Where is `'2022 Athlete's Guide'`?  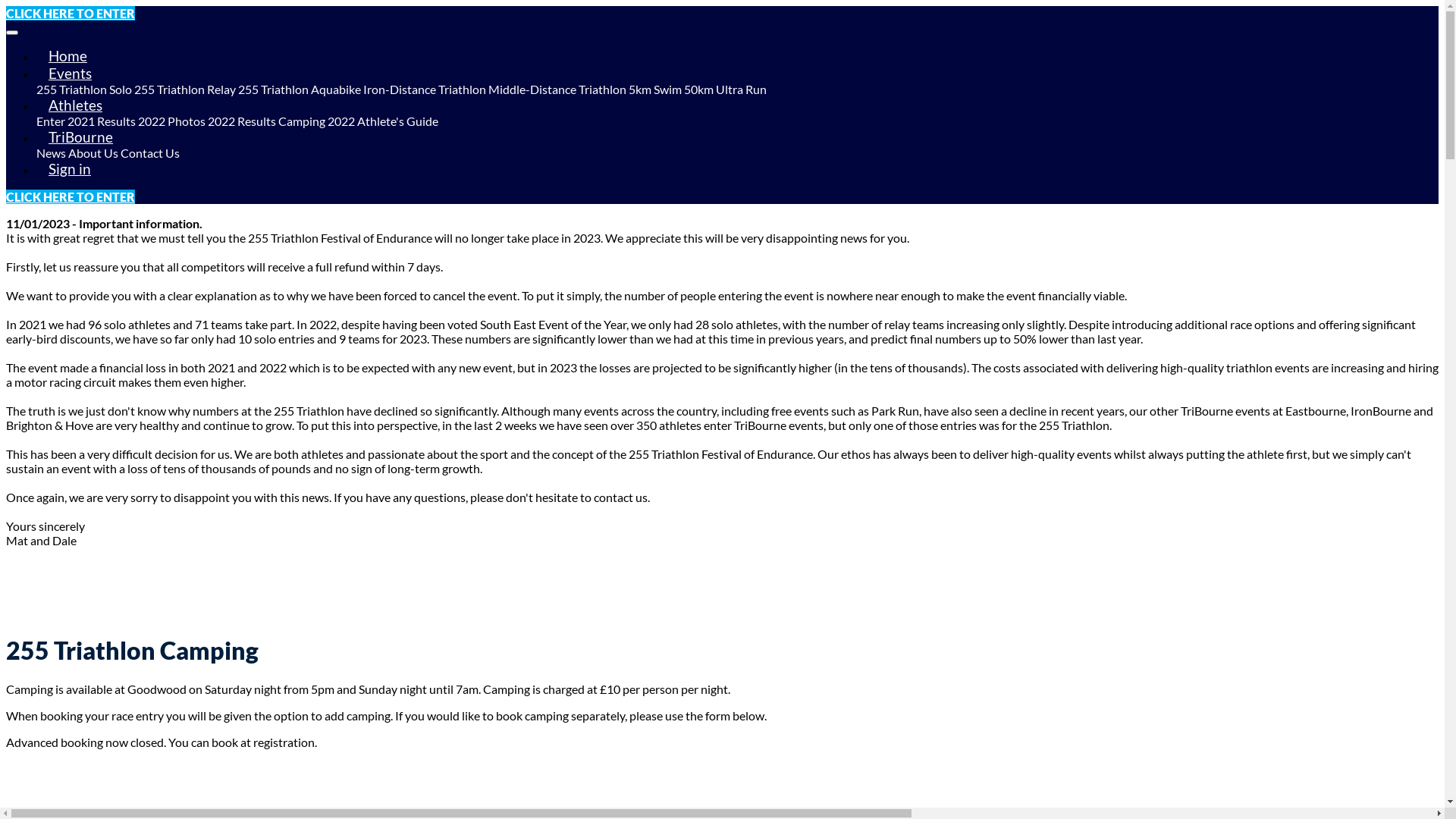 '2022 Athlete's Guide' is located at coordinates (327, 120).